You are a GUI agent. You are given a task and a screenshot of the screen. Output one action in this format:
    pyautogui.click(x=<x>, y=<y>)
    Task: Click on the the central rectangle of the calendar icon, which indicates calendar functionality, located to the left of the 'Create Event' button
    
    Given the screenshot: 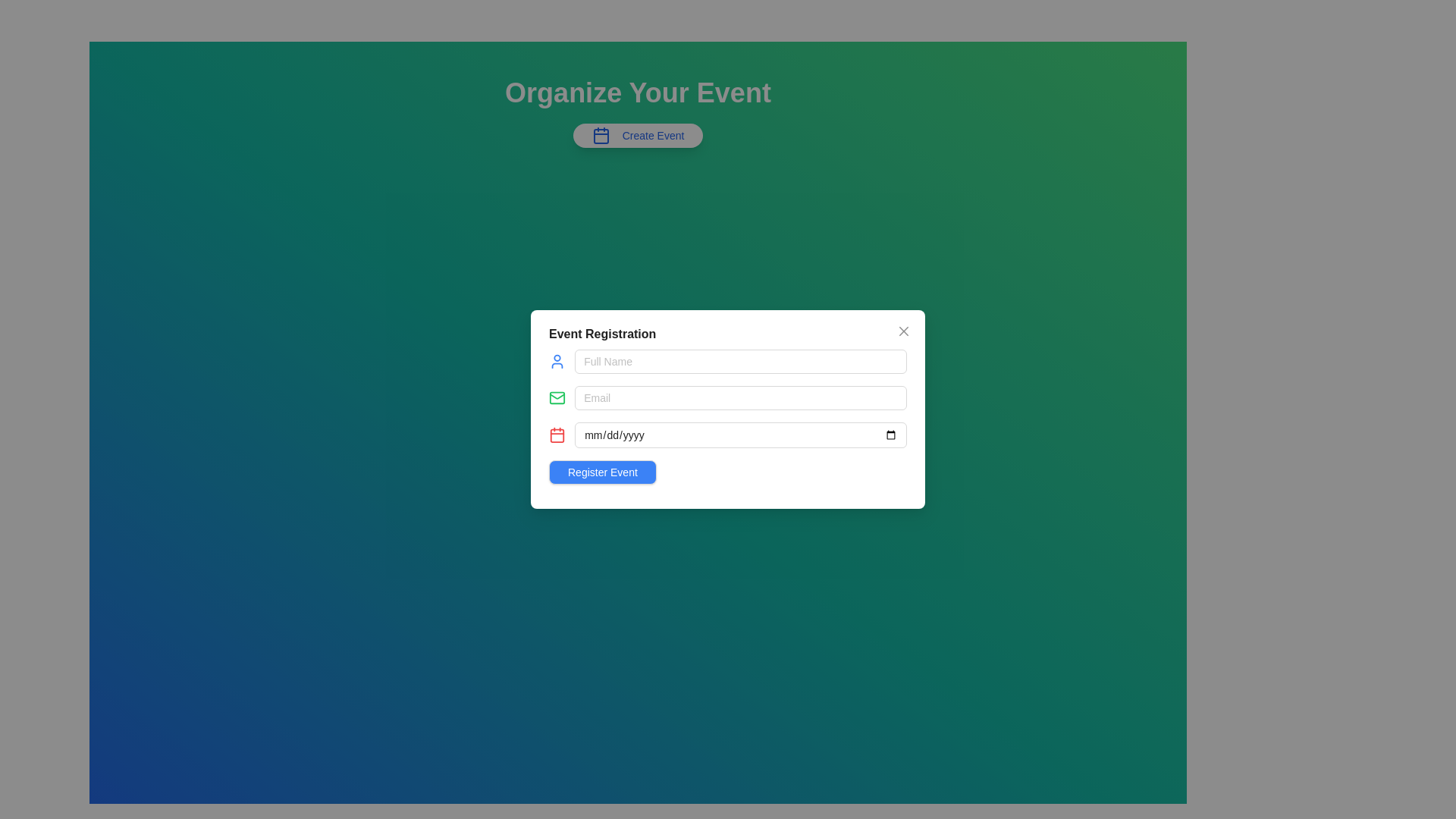 What is the action you would take?
    pyautogui.click(x=600, y=136)
    